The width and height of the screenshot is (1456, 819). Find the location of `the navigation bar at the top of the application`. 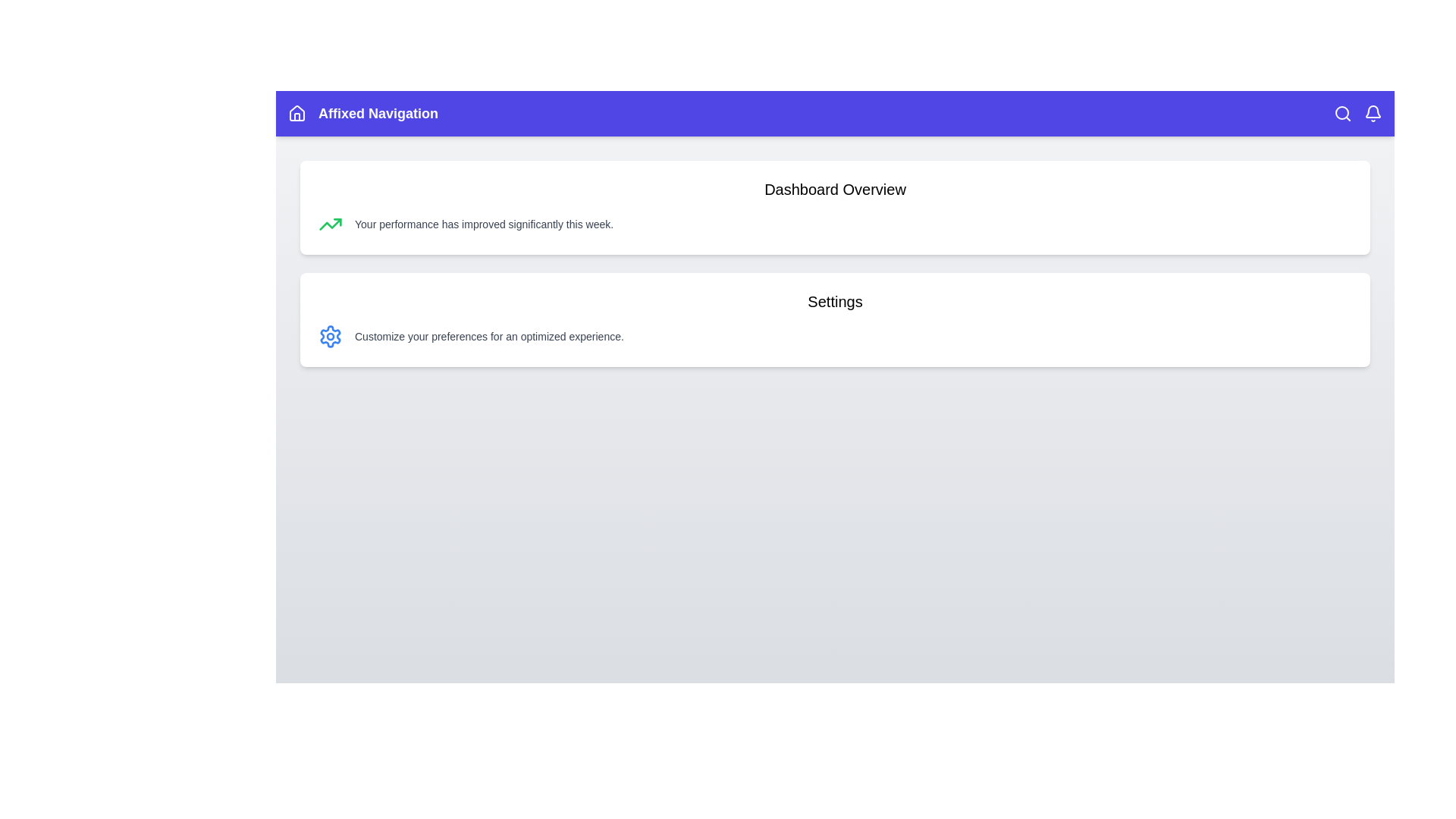

the navigation bar at the top of the application is located at coordinates (834, 113).